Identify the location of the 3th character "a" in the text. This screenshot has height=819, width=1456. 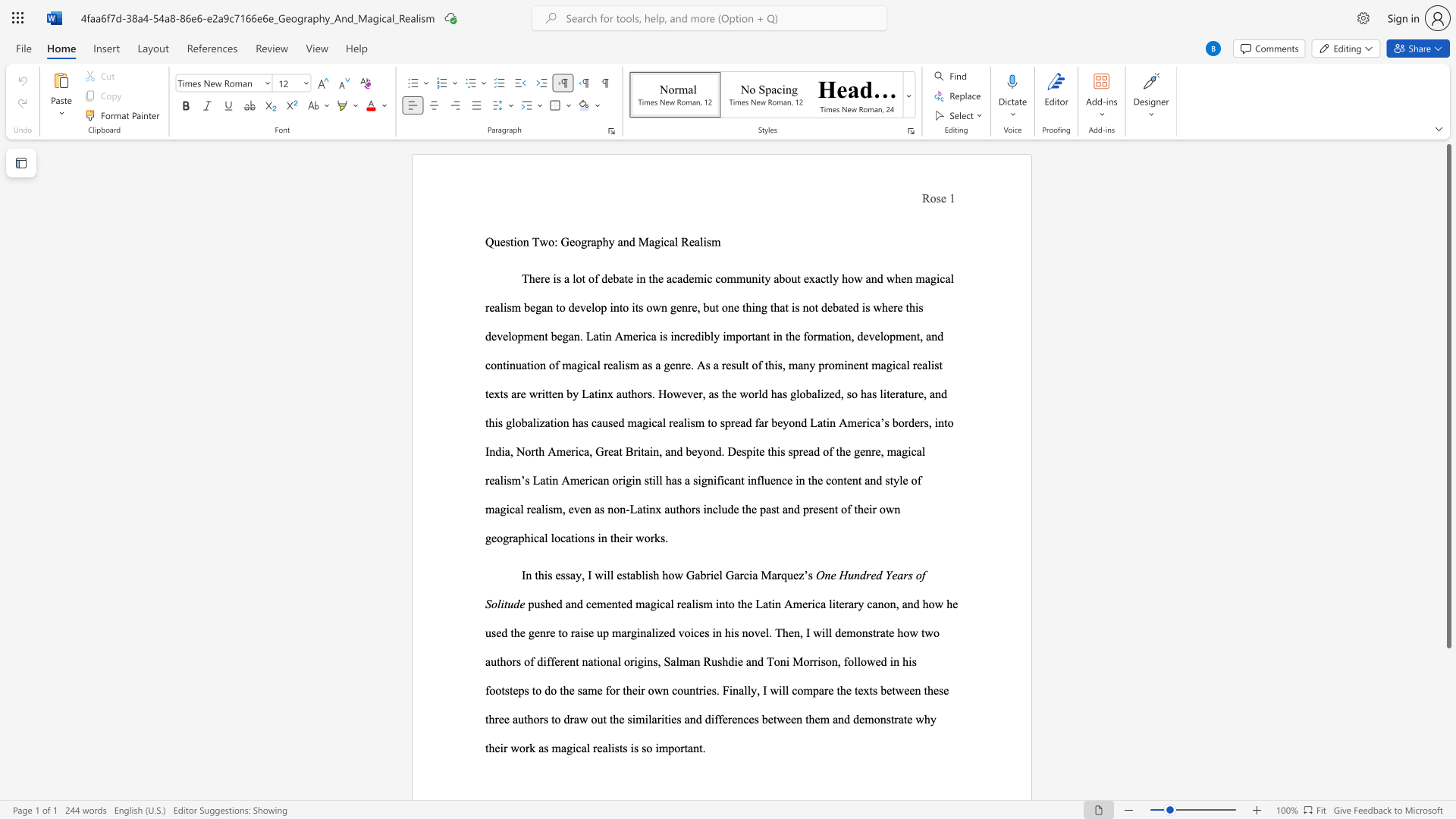
(755, 575).